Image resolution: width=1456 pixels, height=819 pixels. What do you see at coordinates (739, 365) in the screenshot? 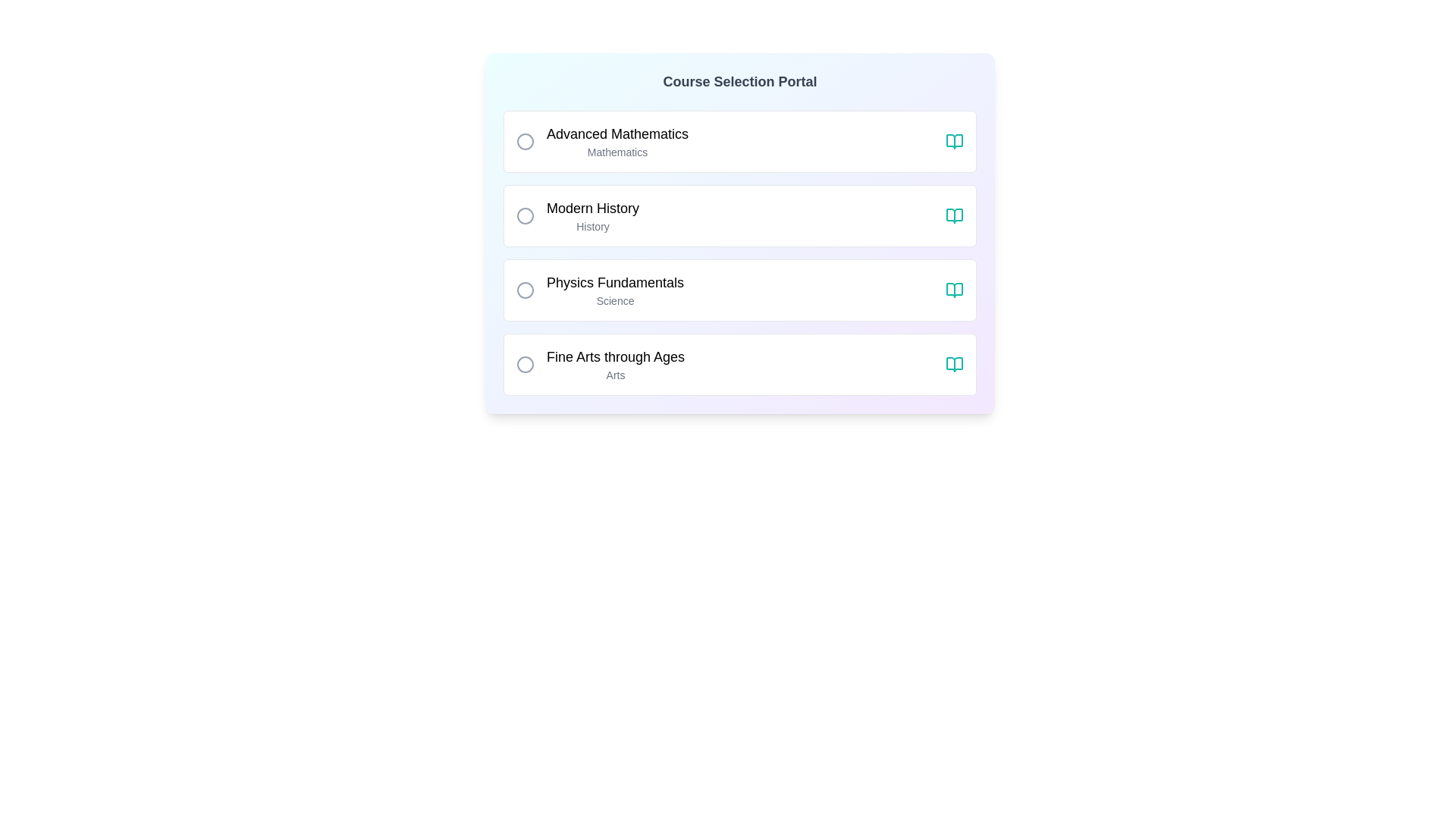
I see `the selectable option for the 'Fine Arts through Ages' course in the course selection portal` at bounding box center [739, 365].